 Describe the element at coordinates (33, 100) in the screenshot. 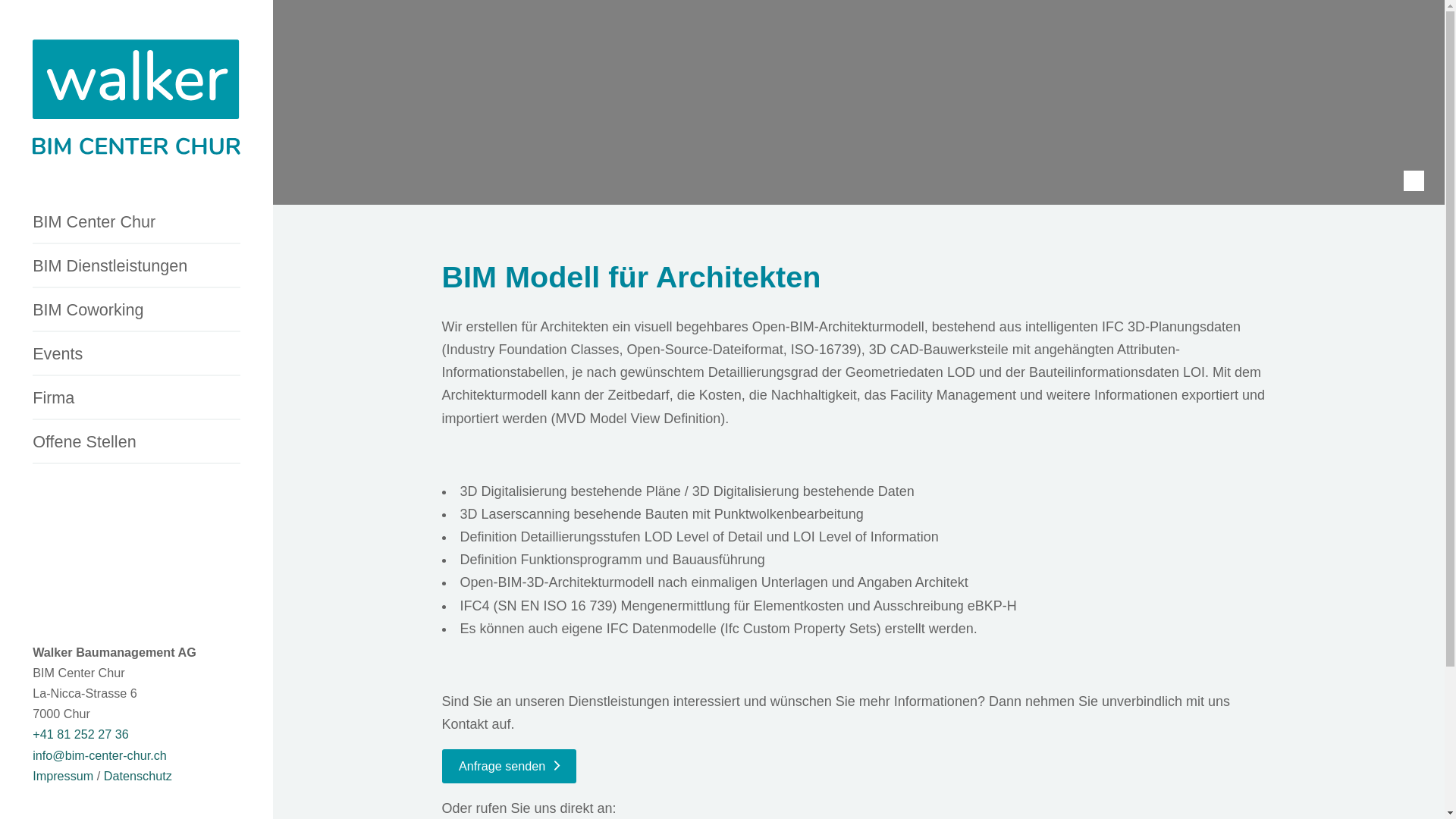

I see `'zur Startseite'` at that location.